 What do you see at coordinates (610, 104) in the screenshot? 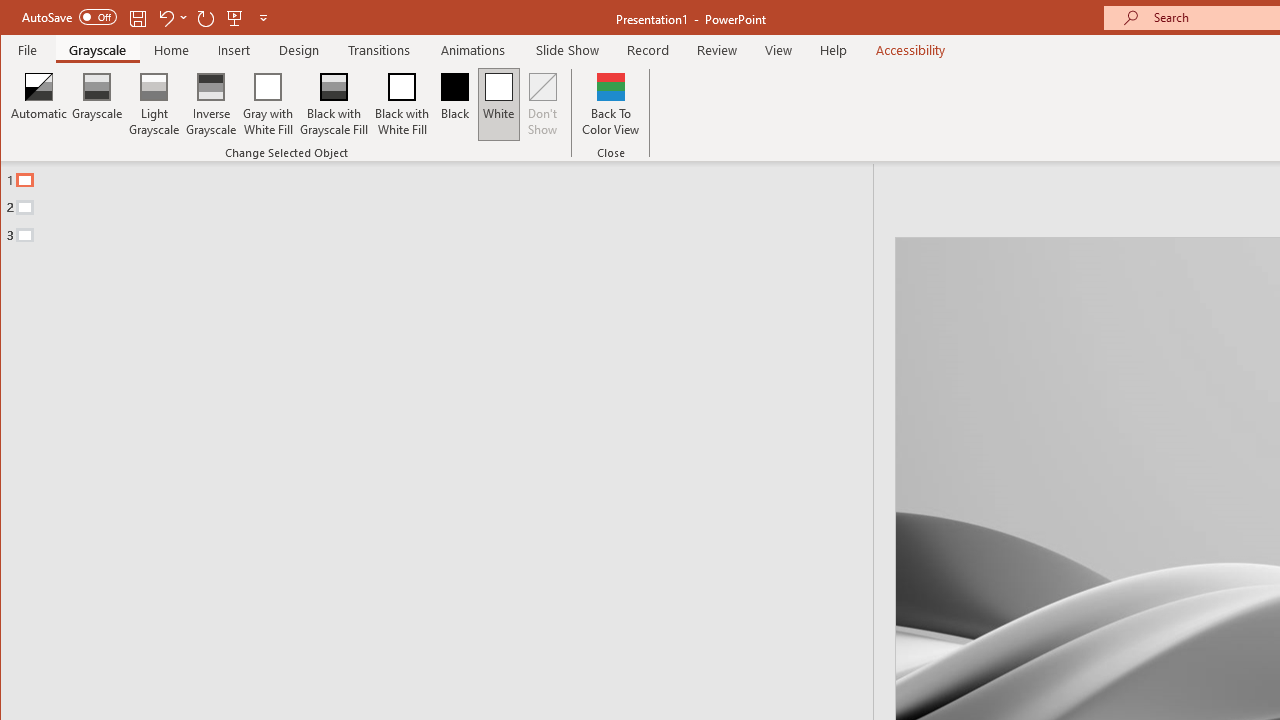
I see `'Back To Color View'` at bounding box center [610, 104].